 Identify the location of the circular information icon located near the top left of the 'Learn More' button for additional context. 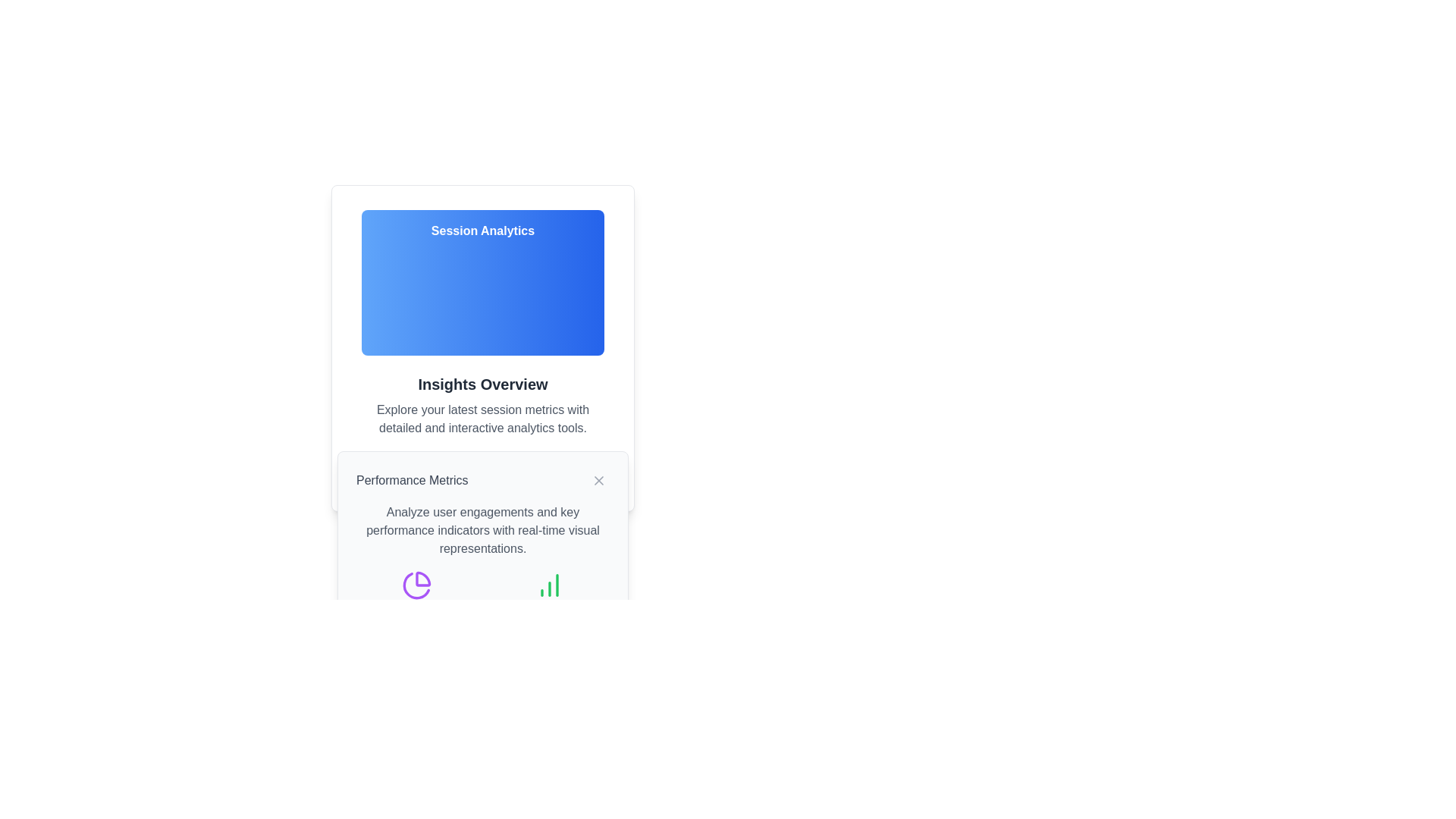
(446, 470).